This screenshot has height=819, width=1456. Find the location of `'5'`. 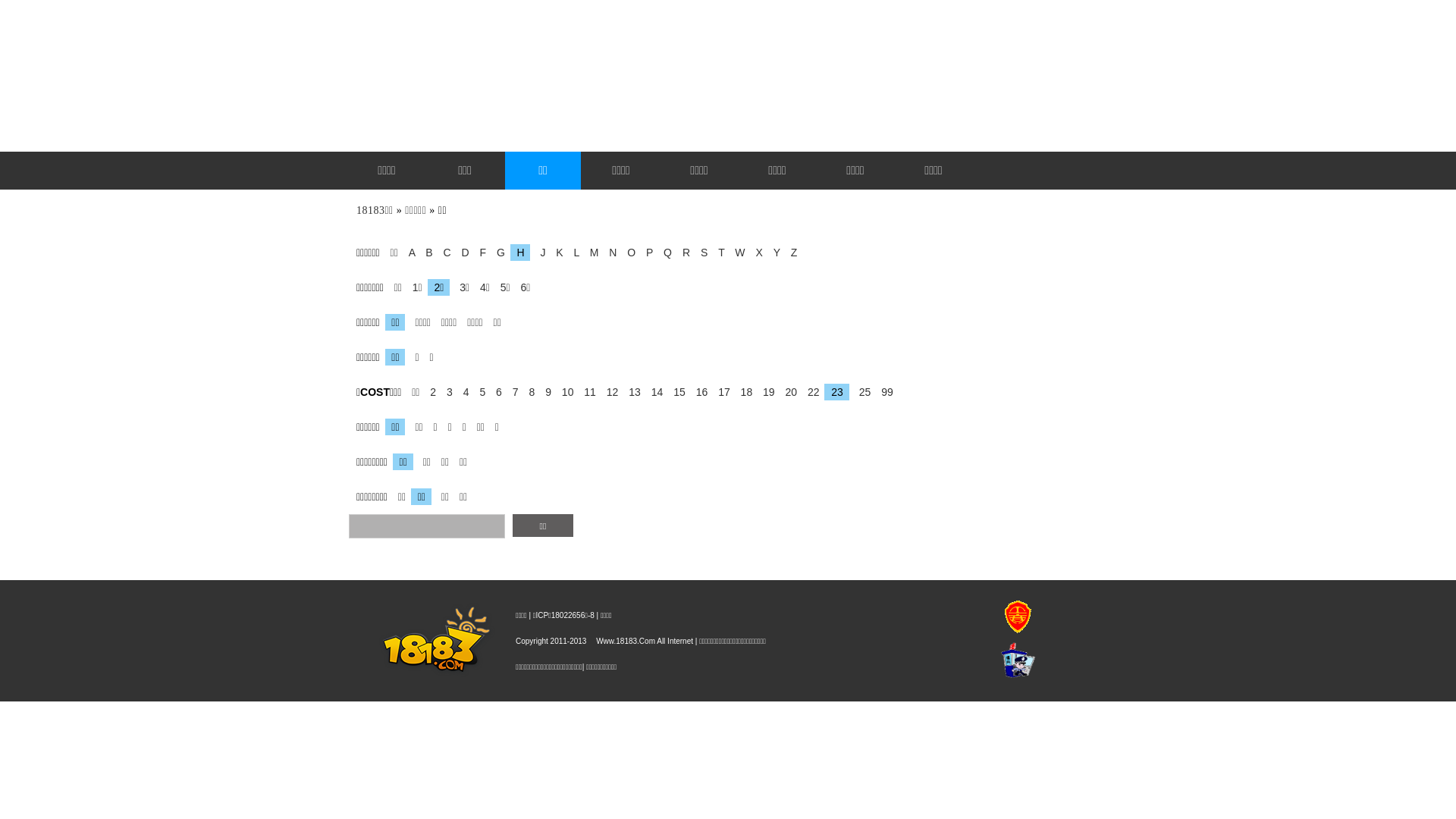

'5' is located at coordinates (477, 391).